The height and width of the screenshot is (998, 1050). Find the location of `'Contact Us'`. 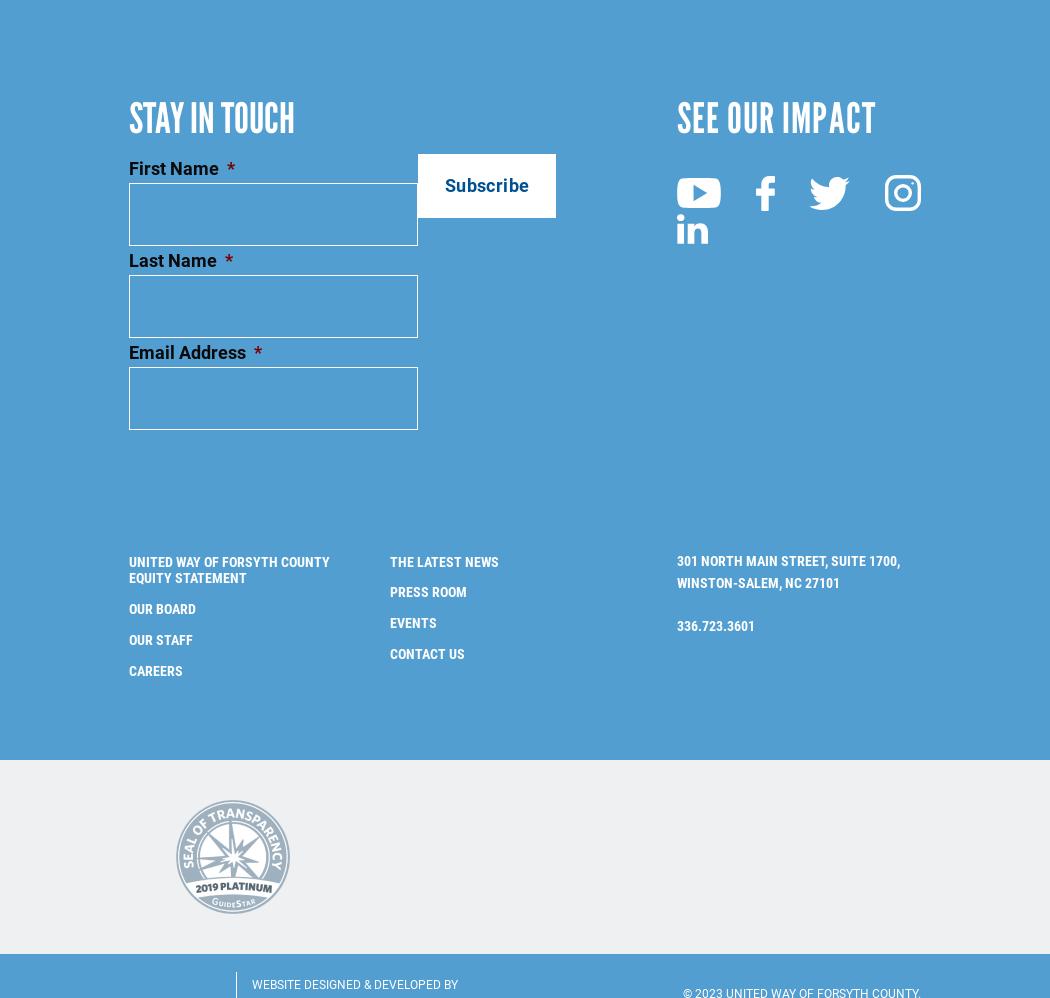

'Contact Us' is located at coordinates (425, 620).